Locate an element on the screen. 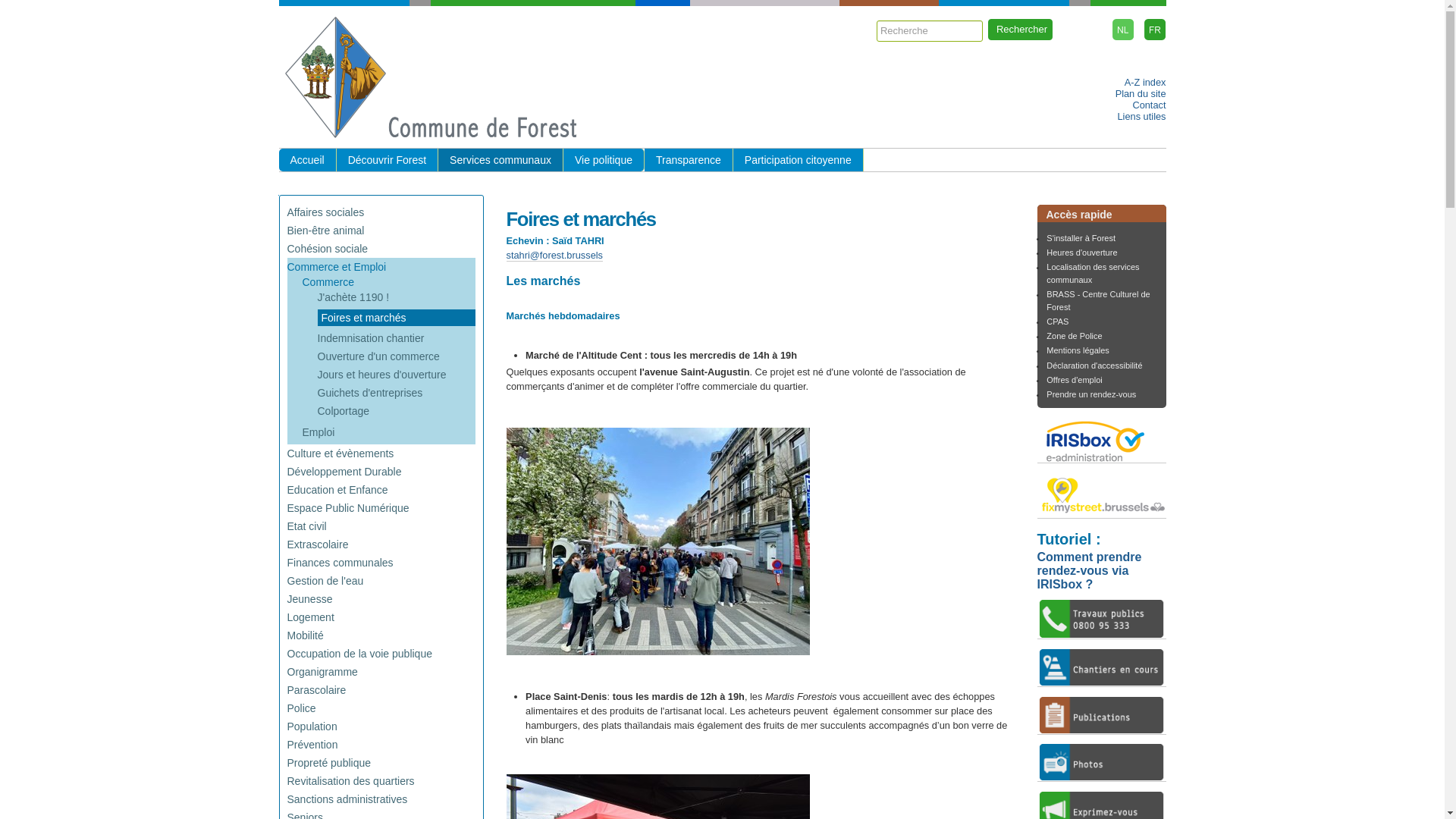 Image resolution: width=1456 pixels, height=819 pixels. 'Population' is located at coordinates (311, 725).